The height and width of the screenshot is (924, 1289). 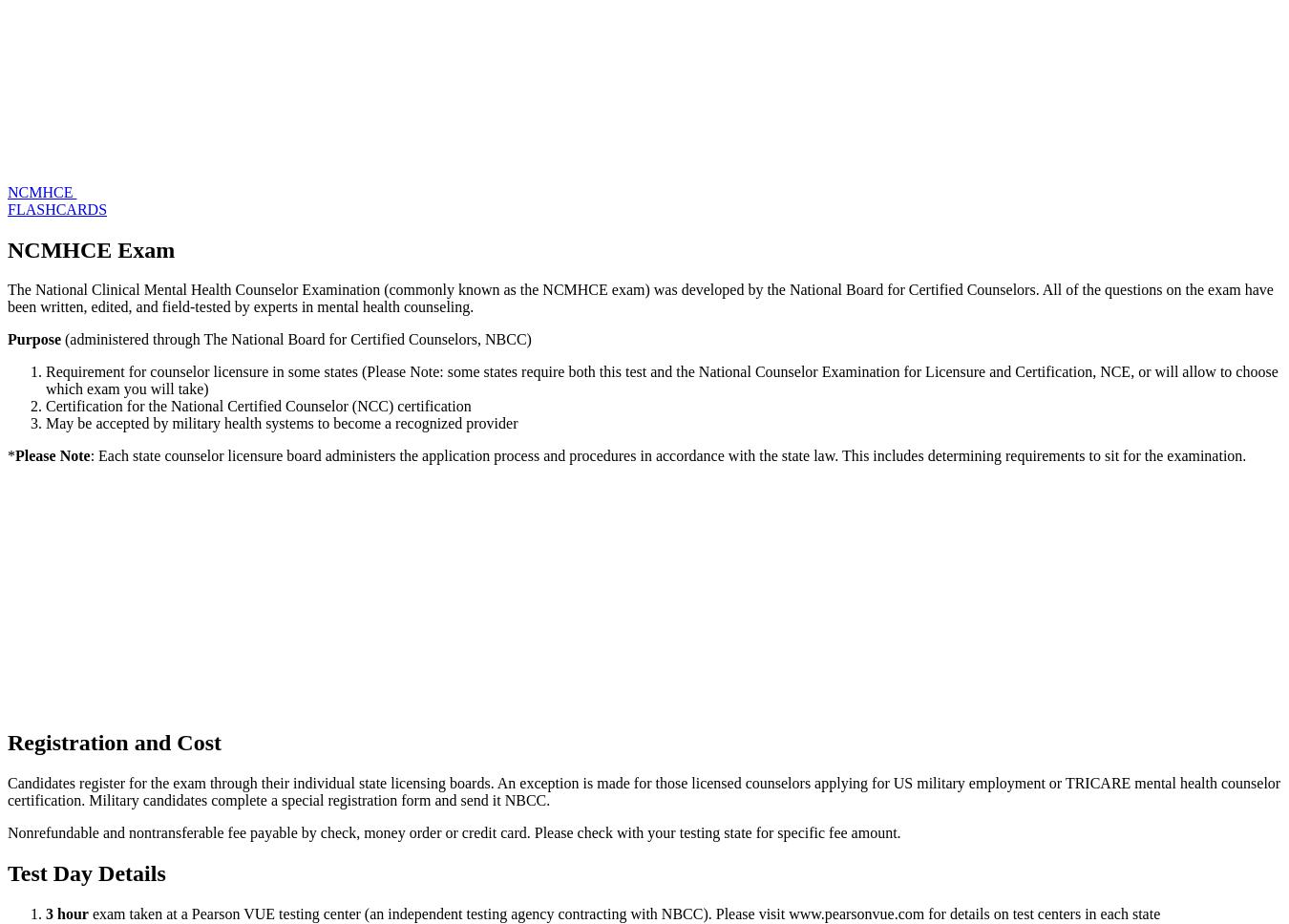 I want to click on 'May be accepted by military health systems to become a recognized provider', so click(x=280, y=423).